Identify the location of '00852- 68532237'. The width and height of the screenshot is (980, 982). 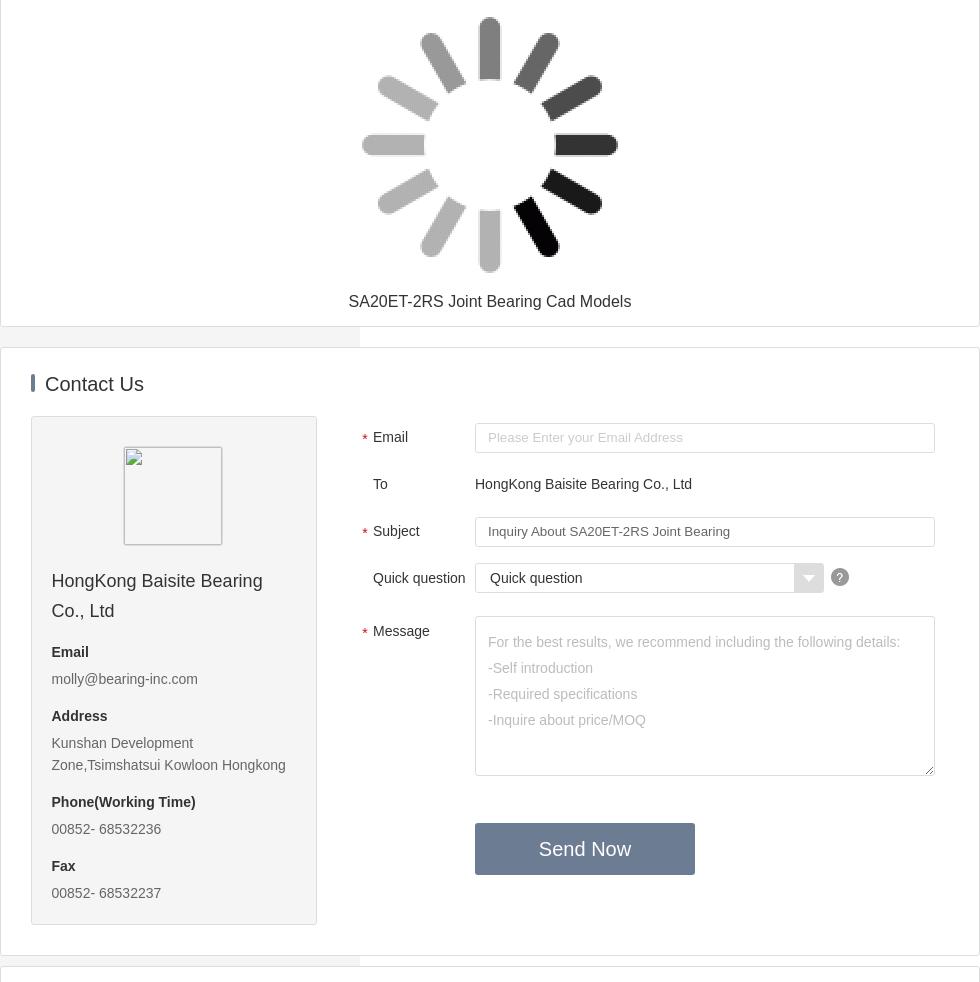
(50, 893).